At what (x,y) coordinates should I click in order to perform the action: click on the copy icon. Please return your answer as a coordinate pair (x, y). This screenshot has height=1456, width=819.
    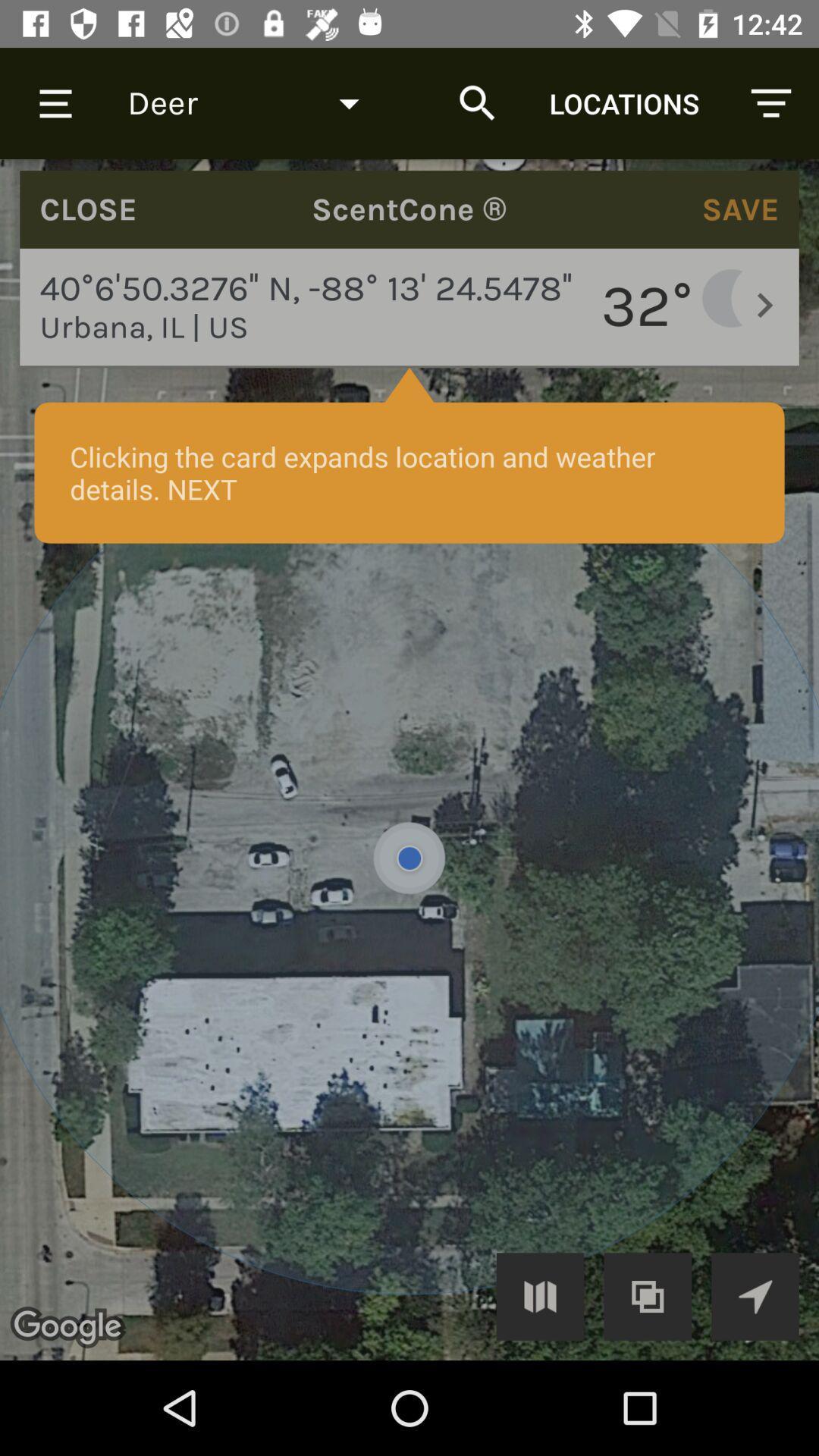
    Looking at the image, I should click on (648, 1295).